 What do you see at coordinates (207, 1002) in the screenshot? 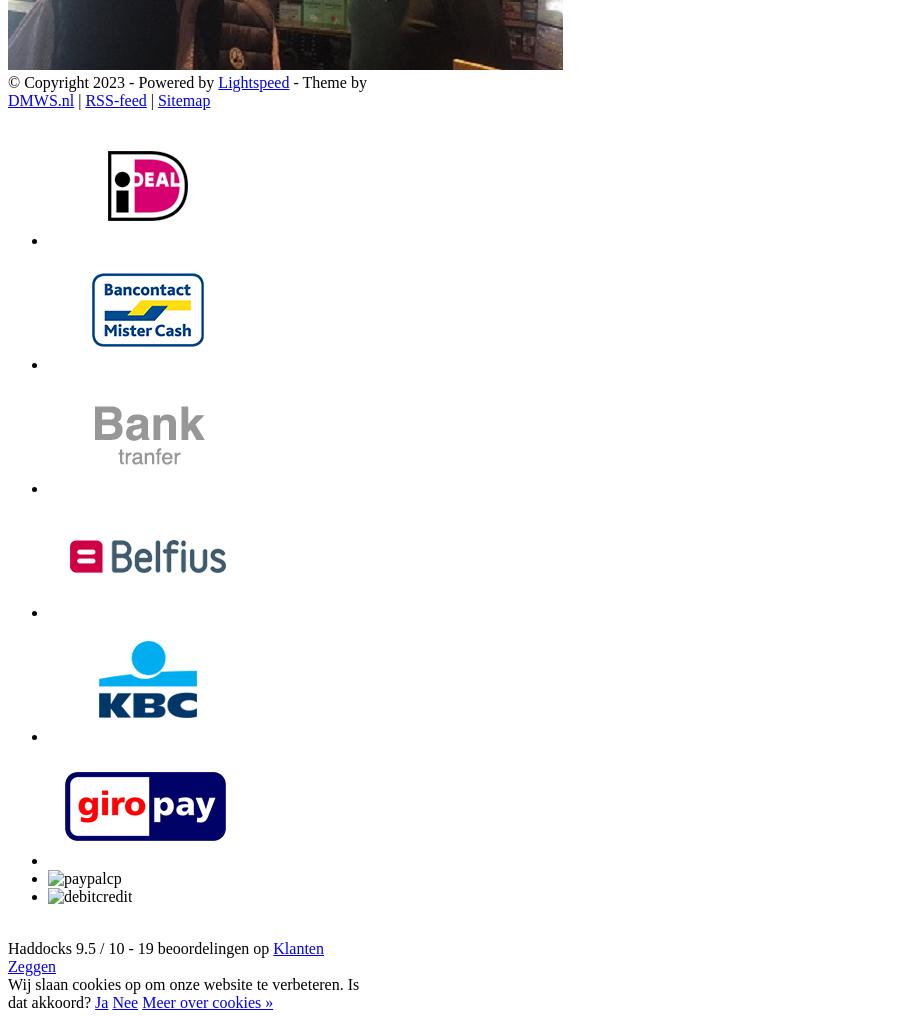
I see `'Meer over cookies »'` at bounding box center [207, 1002].